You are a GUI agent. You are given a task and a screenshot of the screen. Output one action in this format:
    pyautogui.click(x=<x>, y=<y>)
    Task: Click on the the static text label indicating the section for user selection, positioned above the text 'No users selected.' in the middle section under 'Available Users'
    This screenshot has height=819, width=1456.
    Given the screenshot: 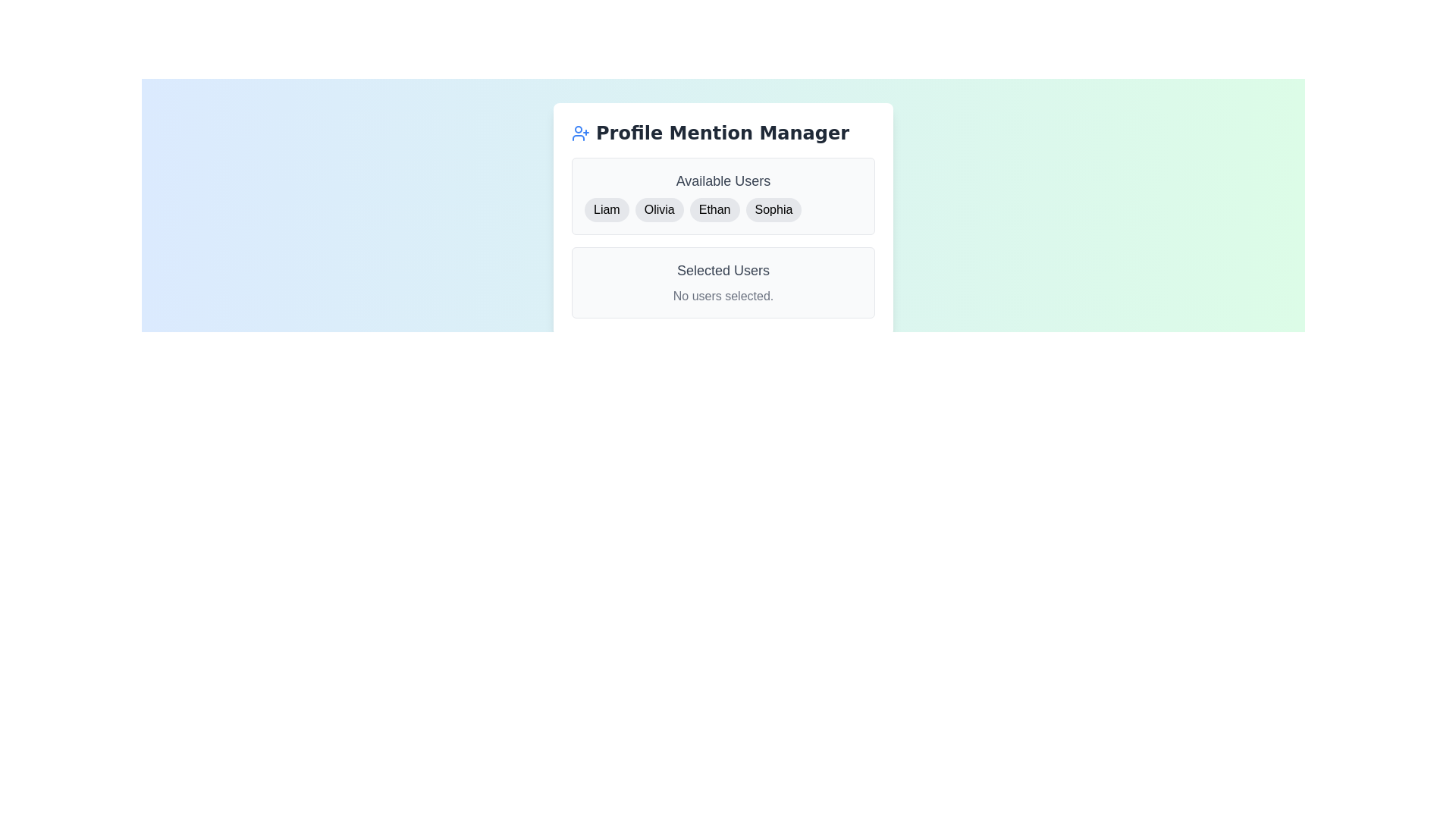 What is the action you would take?
    pyautogui.click(x=723, y=270)
    